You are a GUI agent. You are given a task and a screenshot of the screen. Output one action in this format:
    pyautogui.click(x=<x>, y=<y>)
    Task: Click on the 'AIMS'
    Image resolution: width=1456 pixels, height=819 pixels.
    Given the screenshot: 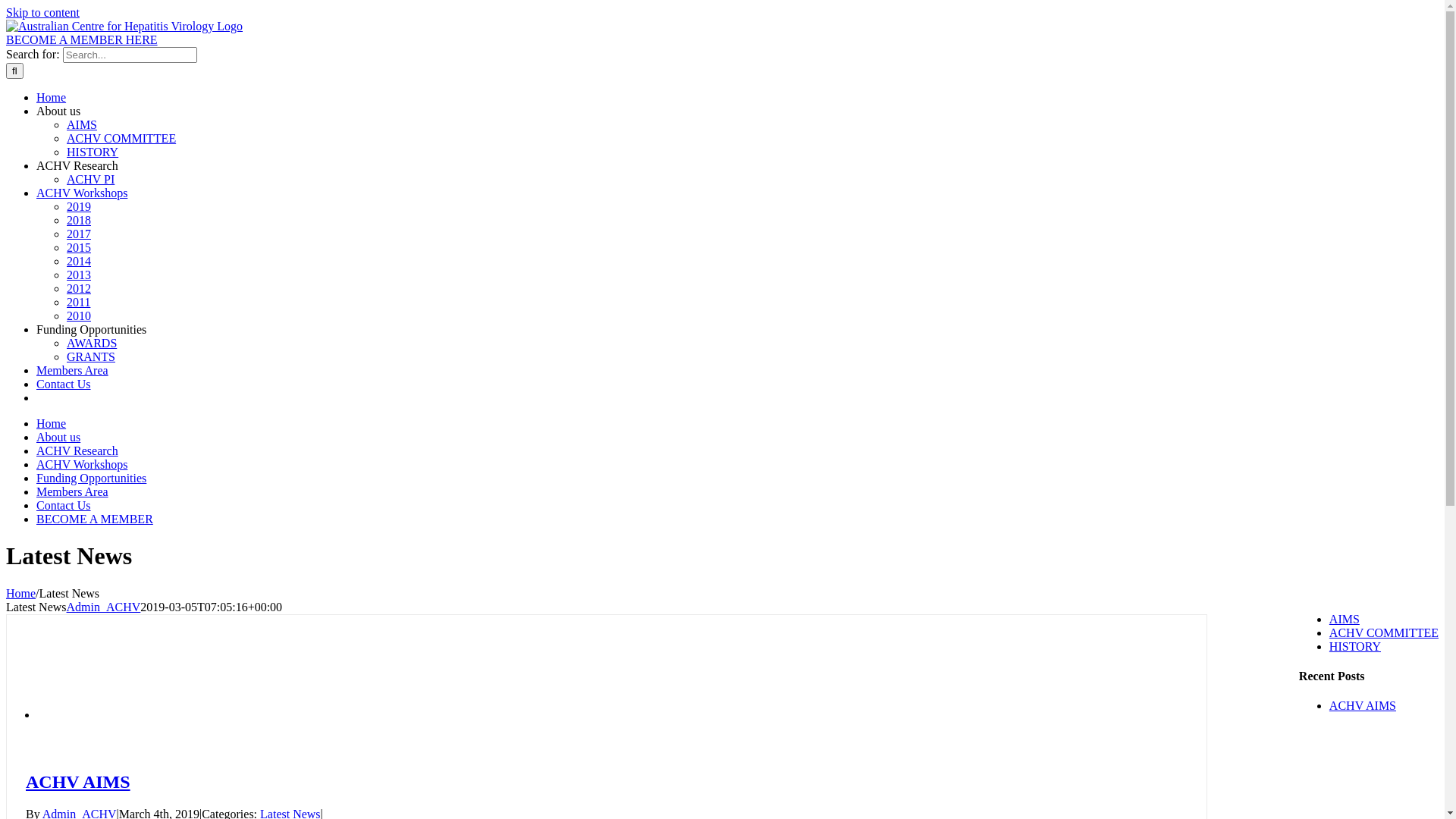 What is the action you would take?
    pyautogui.click(x=1344, y=619)
    